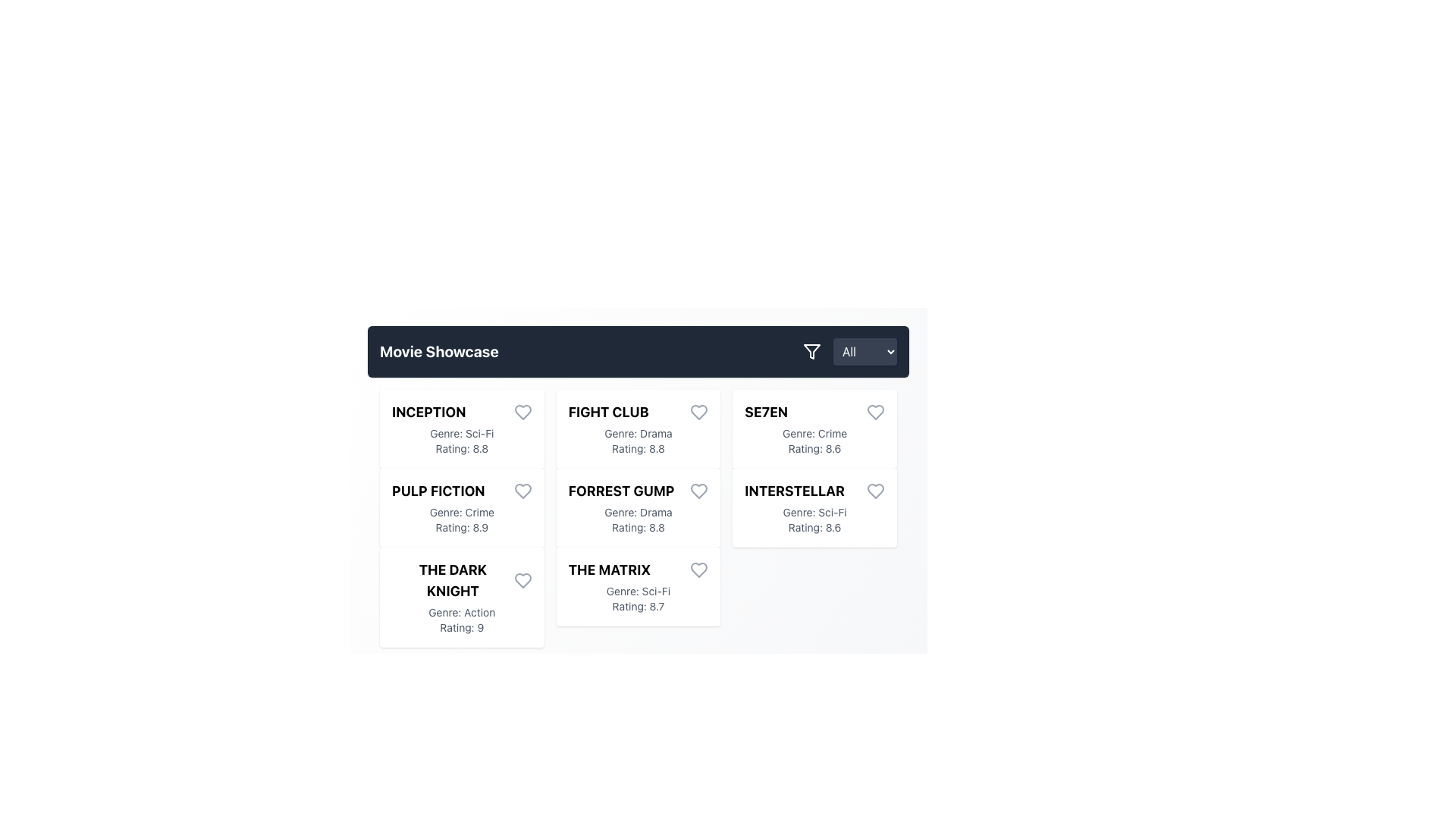 This screenshot has height=819, width=1456. Describe the element at coordinates (832, 512) in the screenshot. I see `the genre descriptor text label for the movie 'Interstellar', which is located under the title 'INTERSTELLAR' and above the rating '8.6'` at that location.